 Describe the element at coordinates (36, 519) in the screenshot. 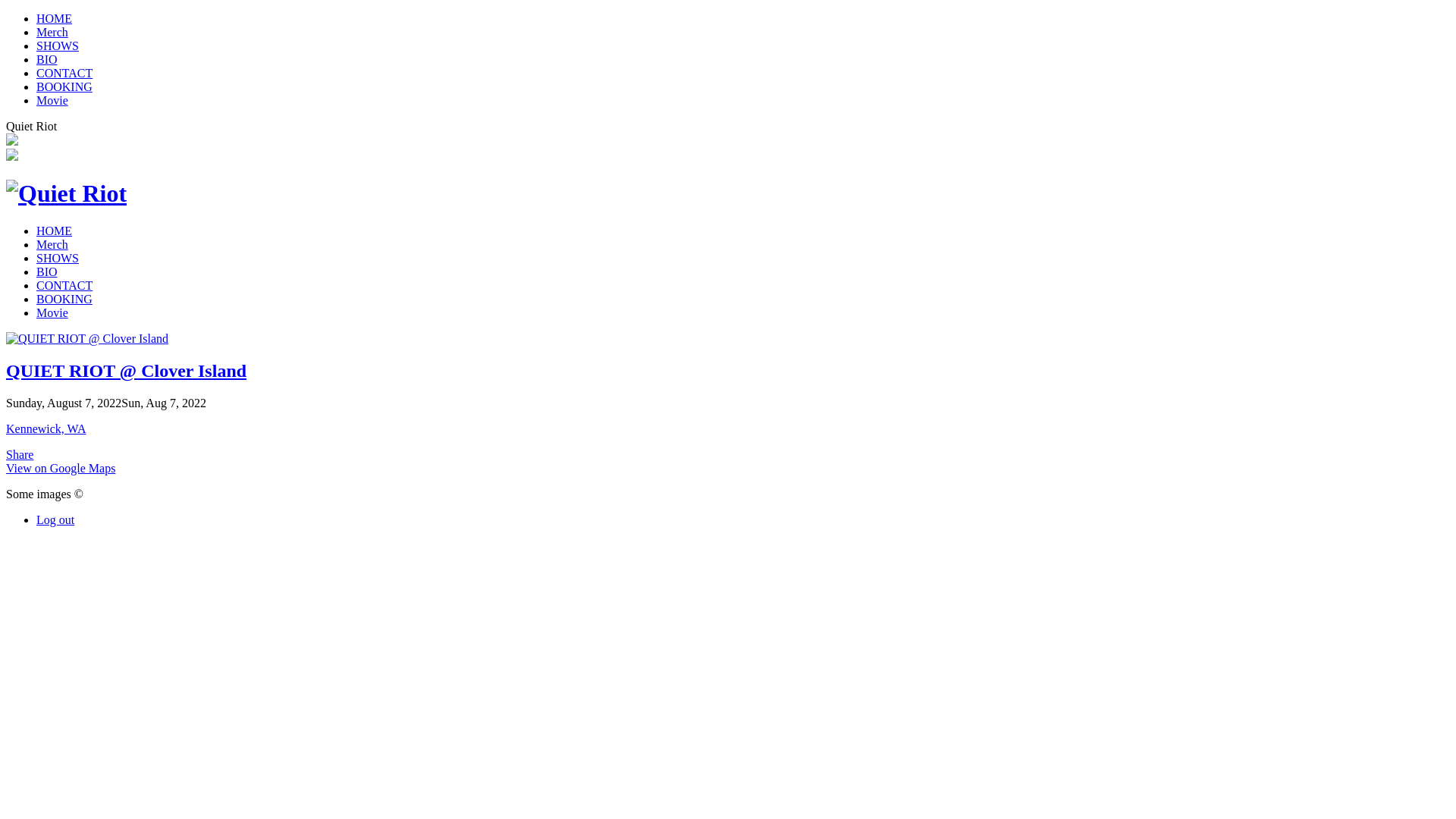

I see `'Log out'` at that location.